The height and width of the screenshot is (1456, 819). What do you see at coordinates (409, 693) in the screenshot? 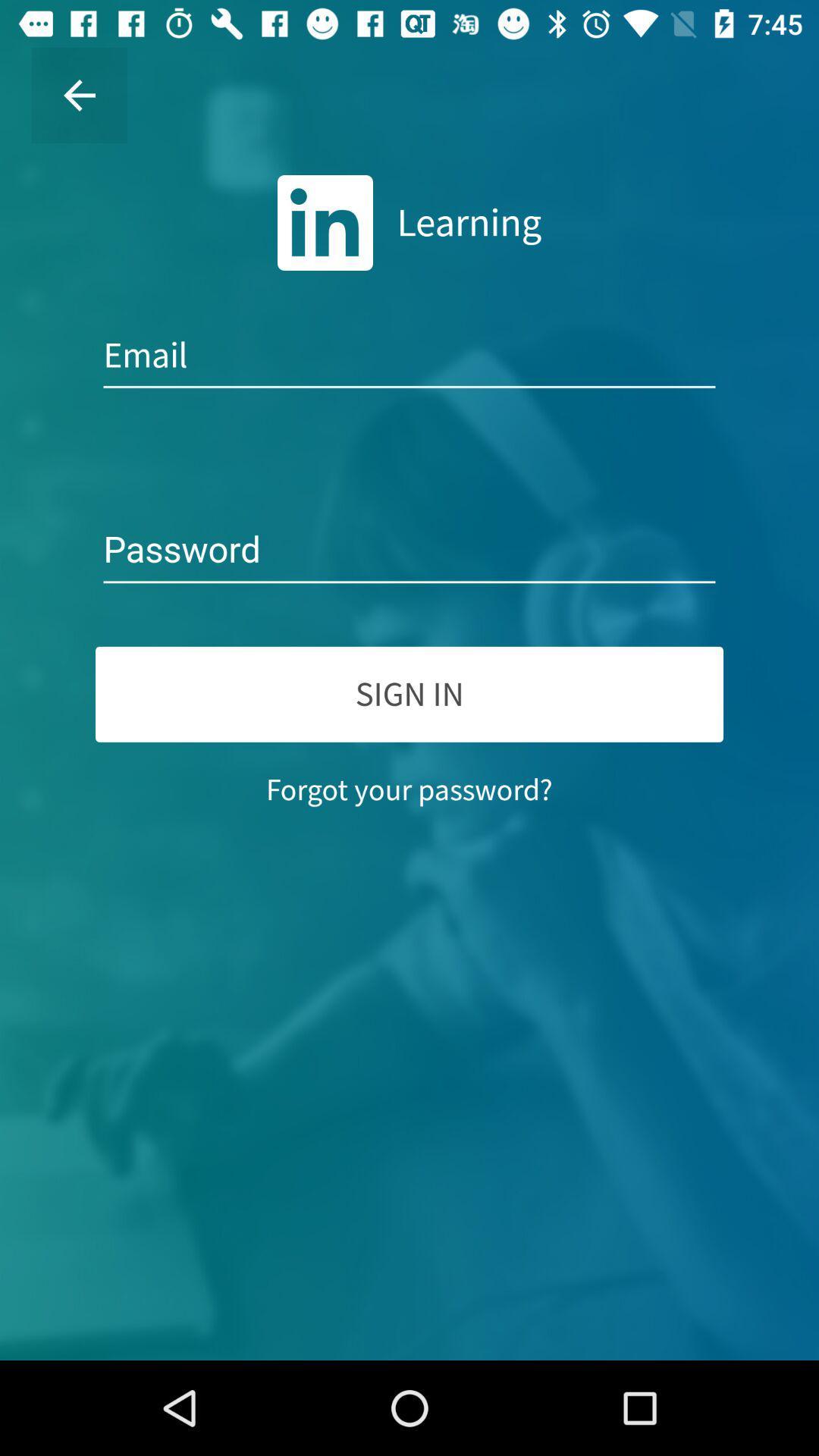
I see `the icon above the forgot your password? icon` at bounding box center [409, 693].